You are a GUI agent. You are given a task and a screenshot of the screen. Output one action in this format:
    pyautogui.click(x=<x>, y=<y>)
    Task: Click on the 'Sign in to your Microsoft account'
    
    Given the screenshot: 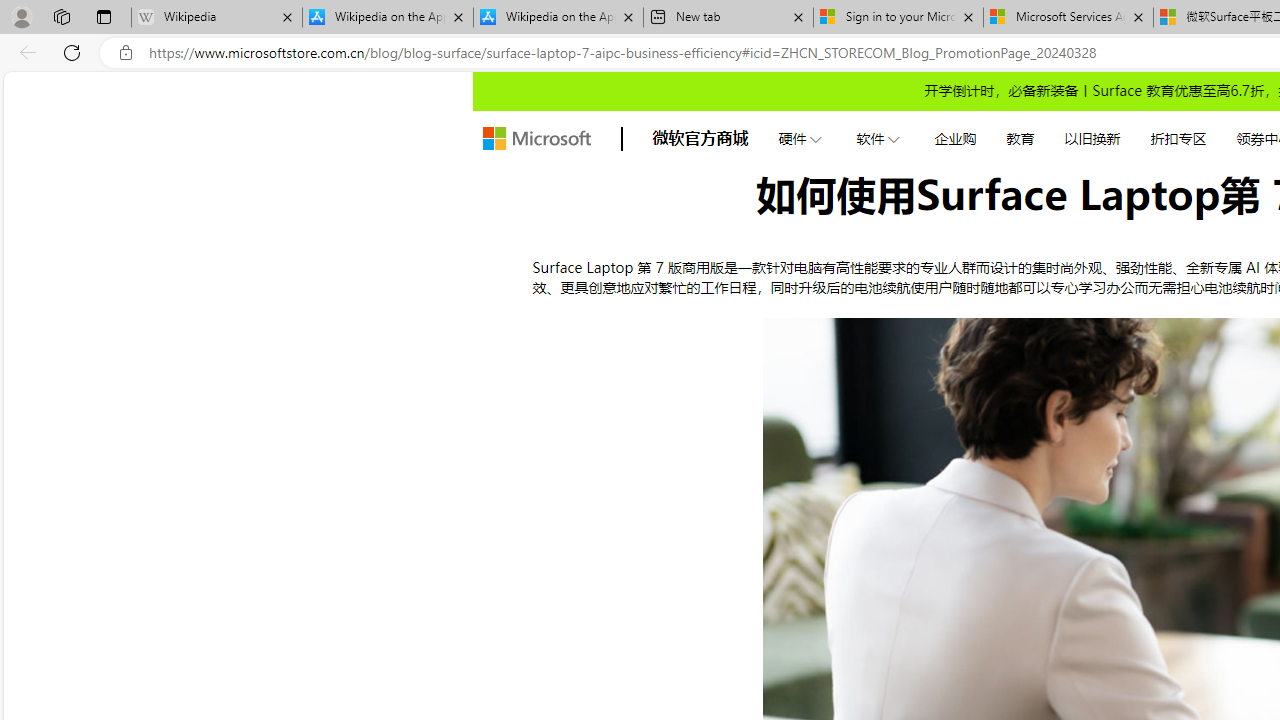 What is the action you would take?
    pyautogui.click(x=897, y=17)
    